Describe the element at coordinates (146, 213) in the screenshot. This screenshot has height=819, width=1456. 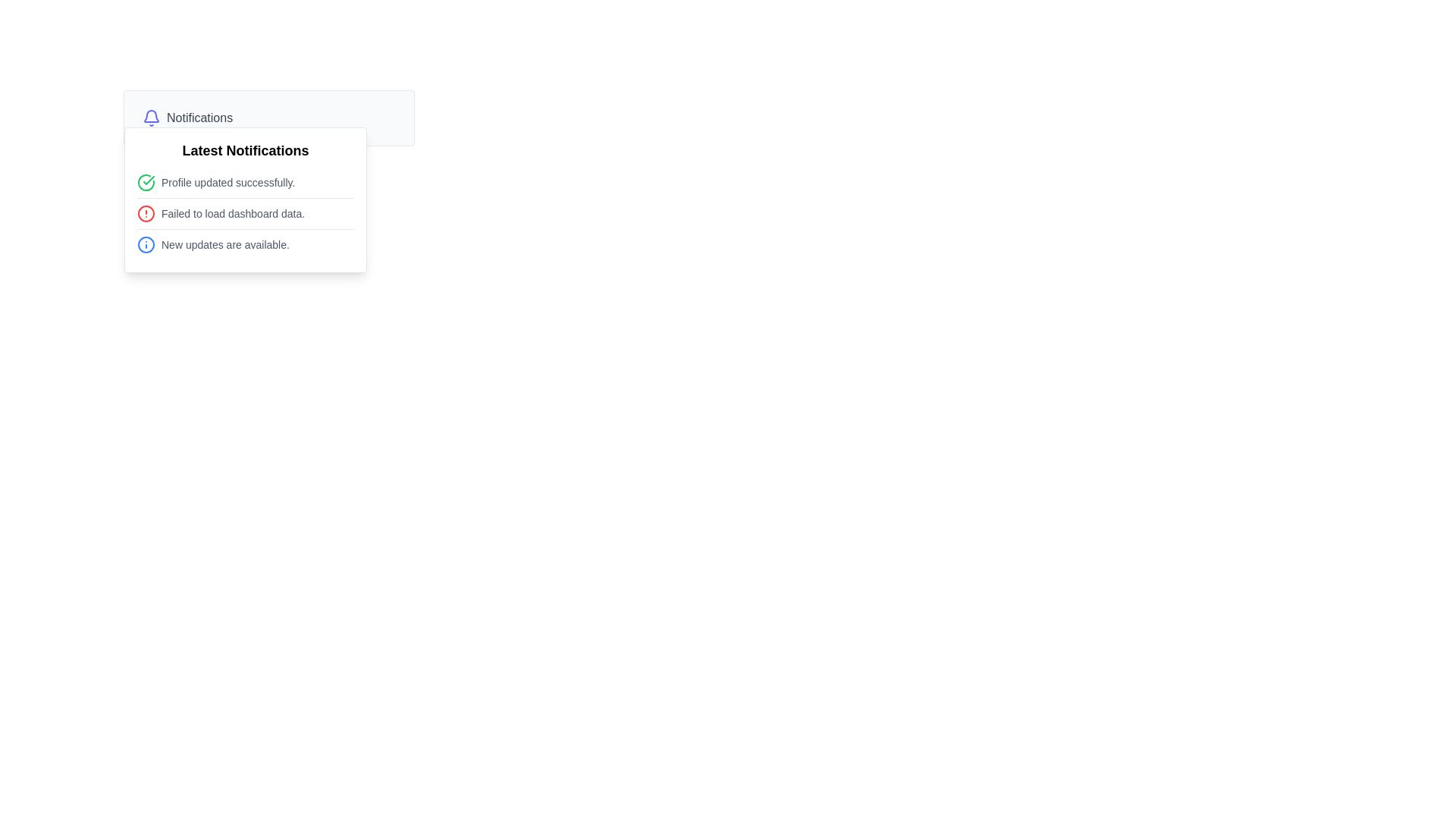
I see `the alert indicator icon located to the left of the text in the notification entry 'Failed to load dashboard data.' in the dropdown panel of latest notifications` at that location.